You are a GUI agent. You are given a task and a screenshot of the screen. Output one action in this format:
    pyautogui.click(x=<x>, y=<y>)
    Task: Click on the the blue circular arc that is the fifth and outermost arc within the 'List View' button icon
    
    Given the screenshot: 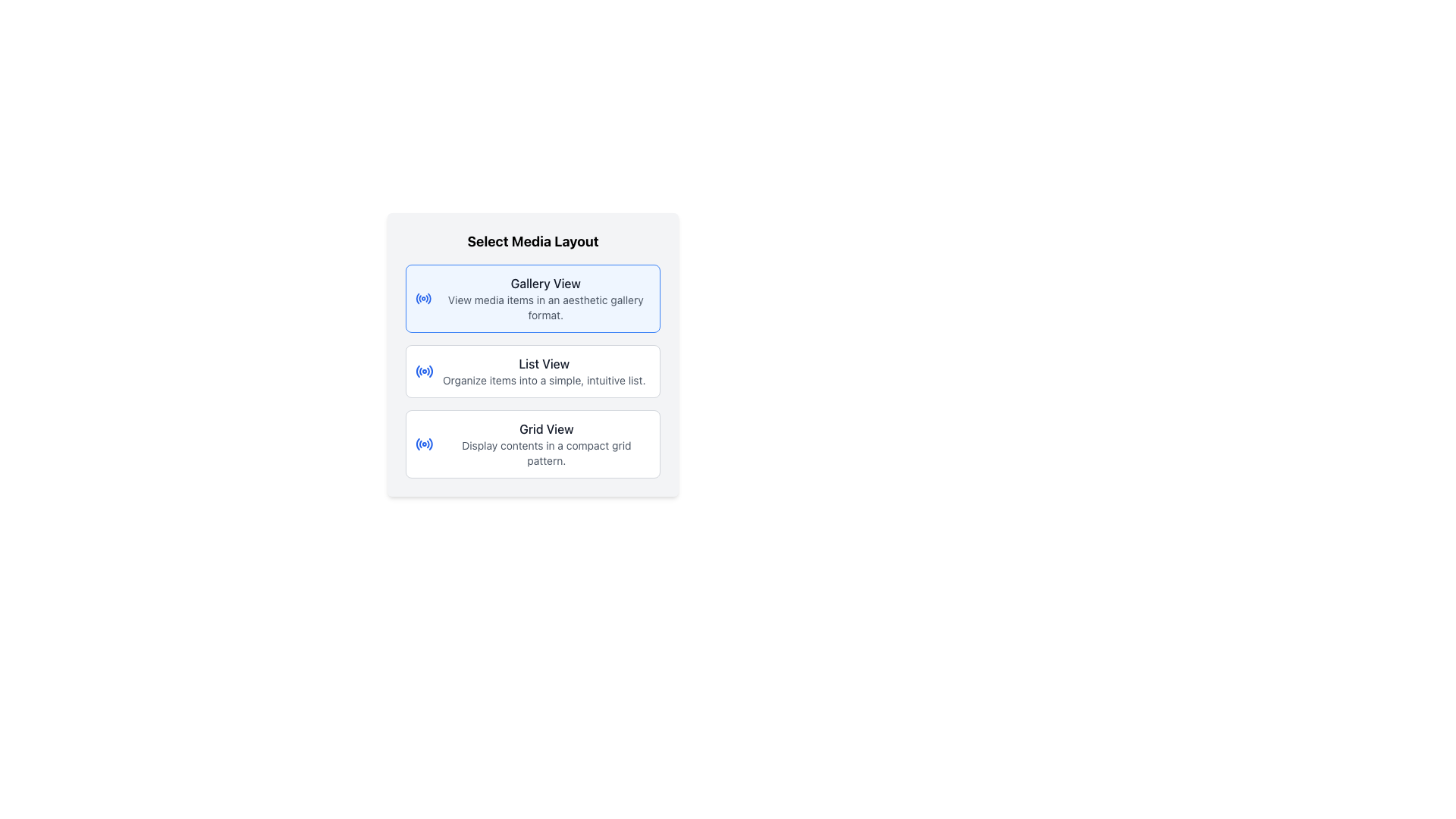 What is the action you would take?
    pyautogui.click(x=430, y=371)
    